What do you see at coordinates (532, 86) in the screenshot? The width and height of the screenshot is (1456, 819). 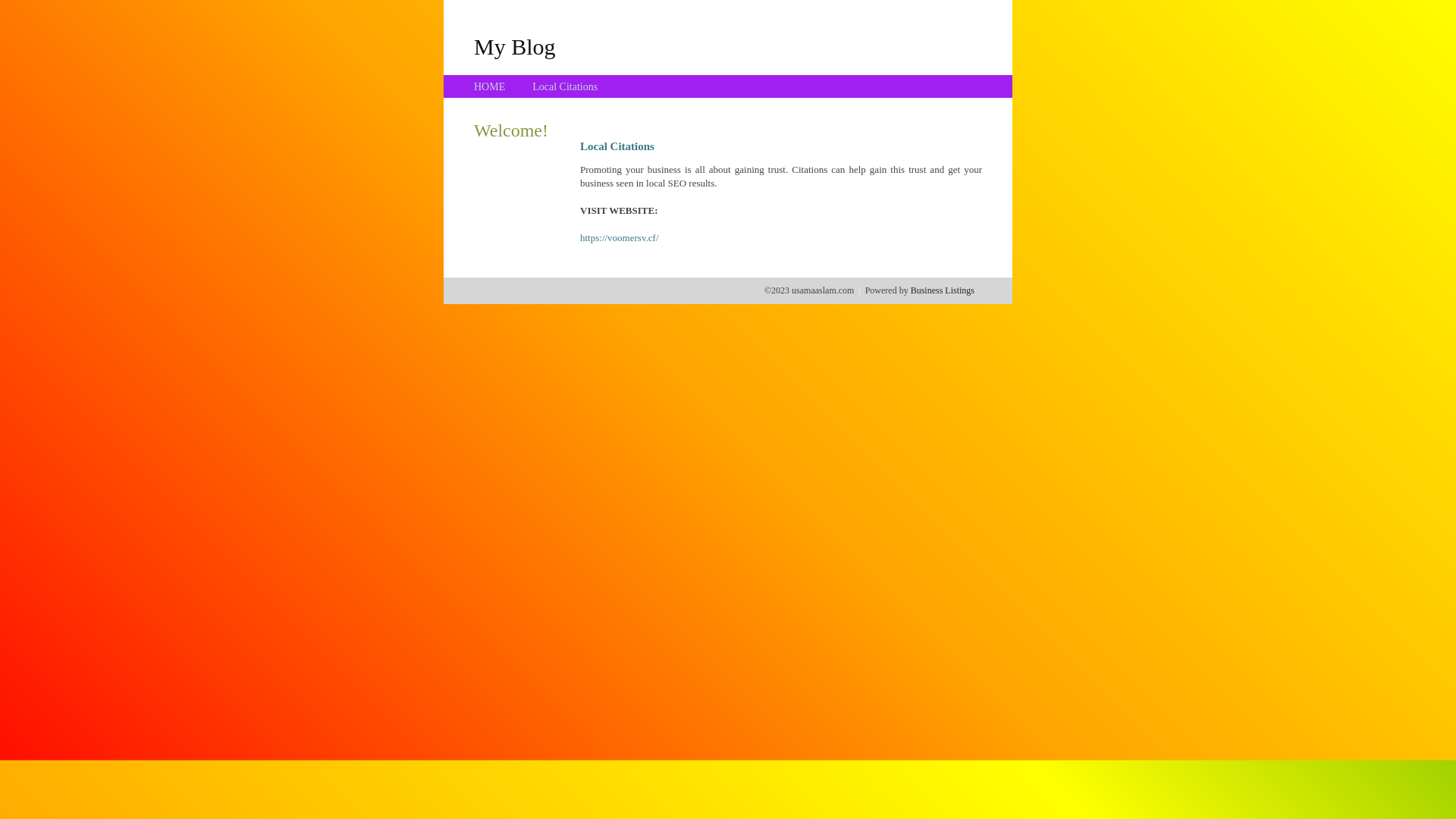 I see `'Local Citations'` at bounding box center [532, 86].